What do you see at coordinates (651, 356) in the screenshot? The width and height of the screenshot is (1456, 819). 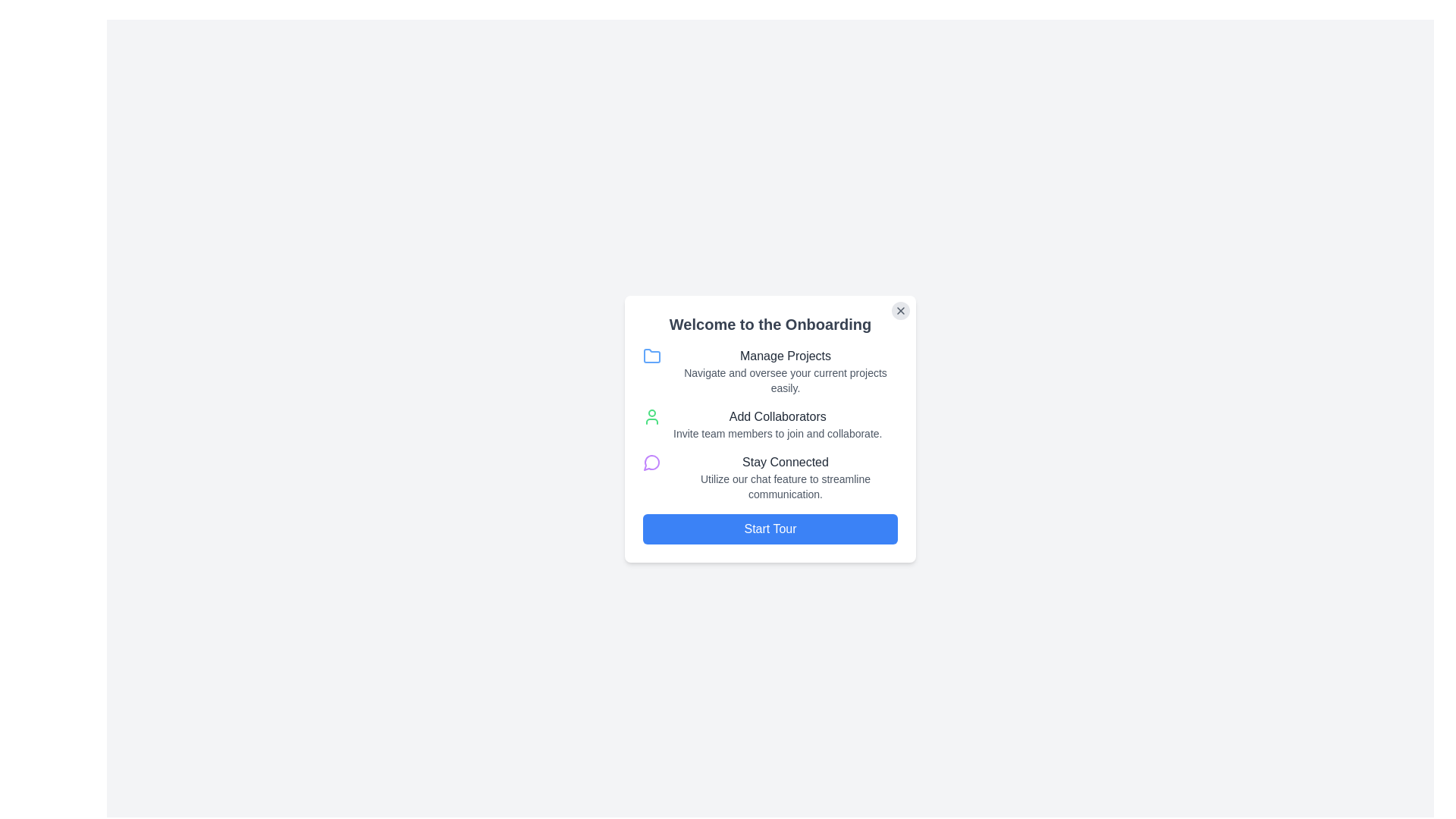 I see `the folder icon with a light blue outline located to the left of the 'Manage Projects' text in the onboarding modal` at bounding box center [651, 356].